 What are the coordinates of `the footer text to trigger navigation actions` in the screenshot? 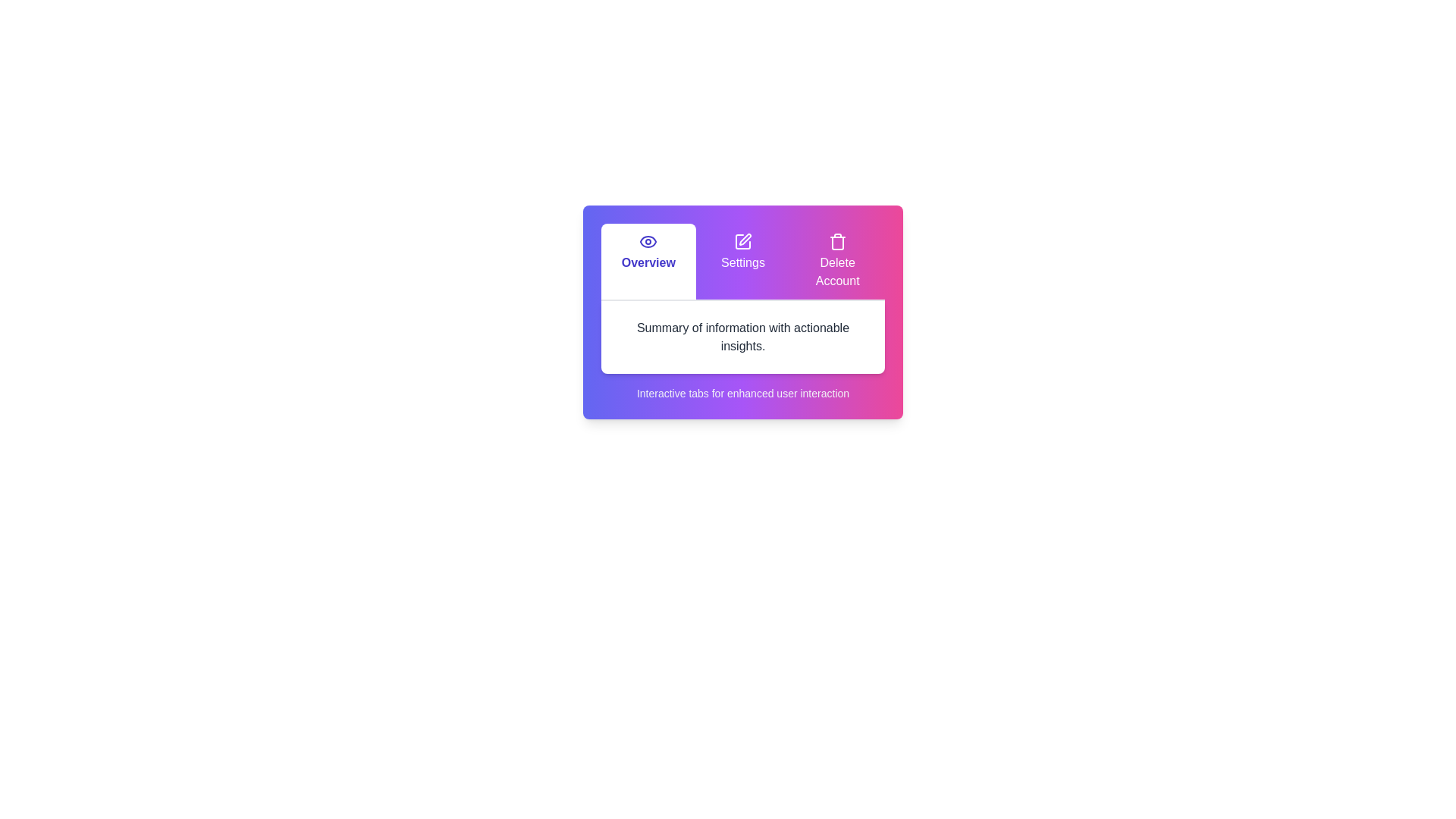 It's located at (742, 393).